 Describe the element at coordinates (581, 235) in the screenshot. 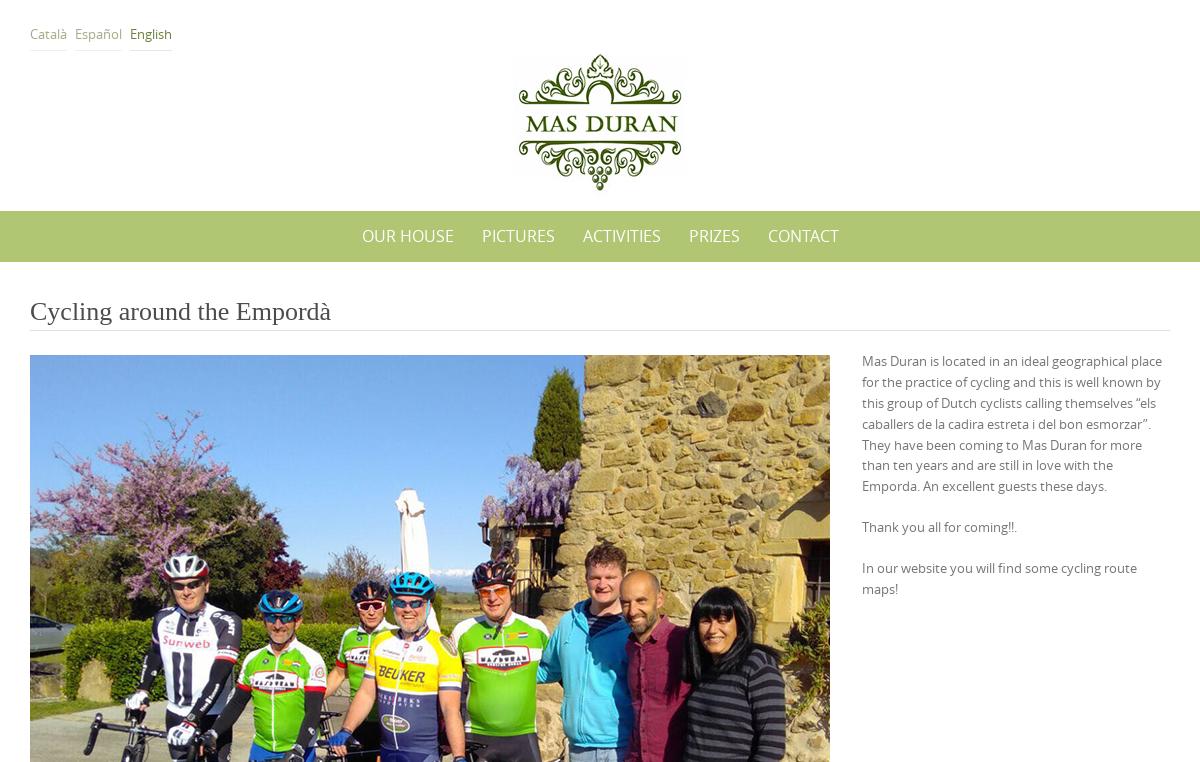

I see `'Activities'` at that location.